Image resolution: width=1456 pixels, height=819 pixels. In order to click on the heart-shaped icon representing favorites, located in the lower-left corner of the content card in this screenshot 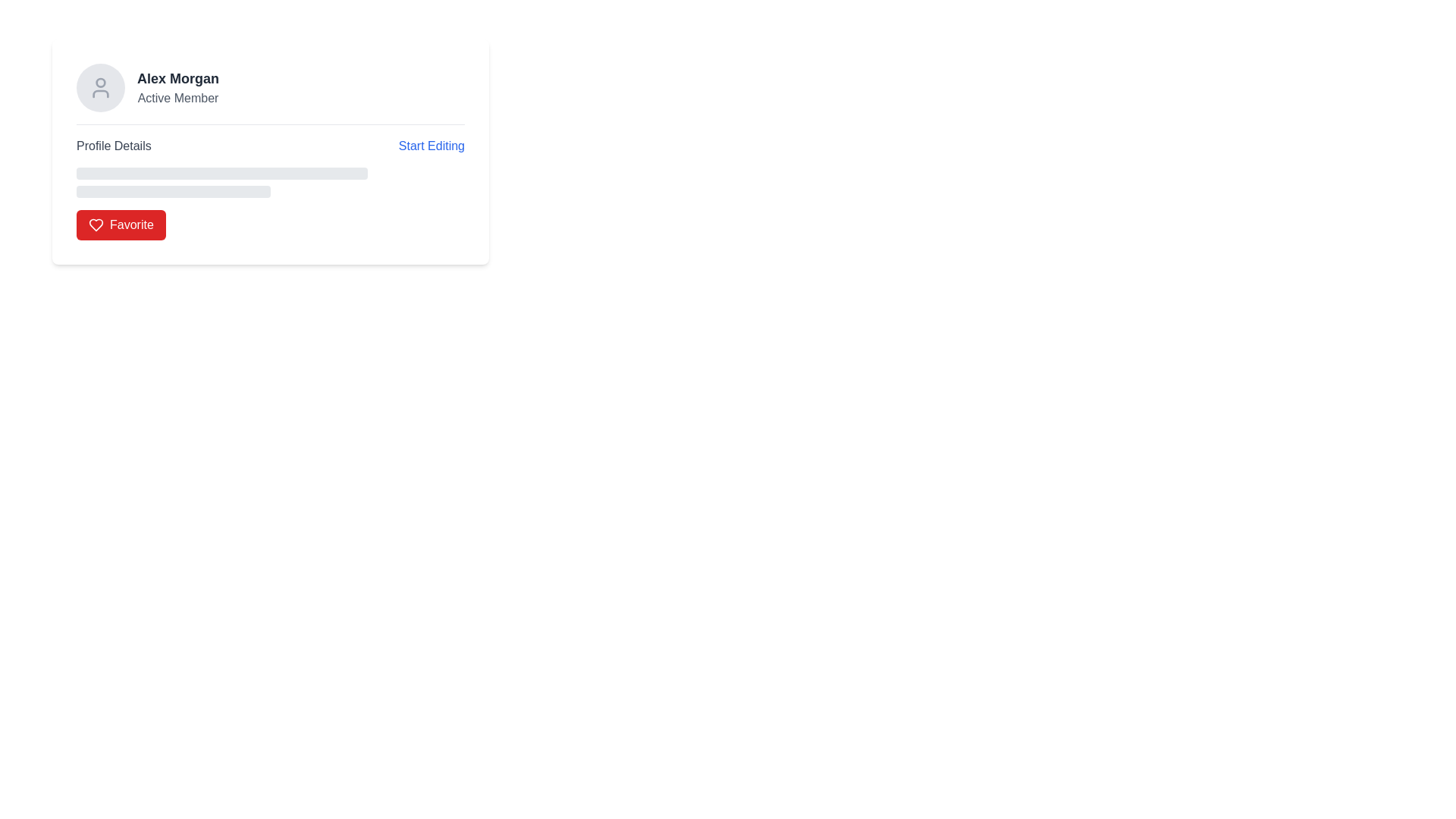, I will do `click(95, 225)`.